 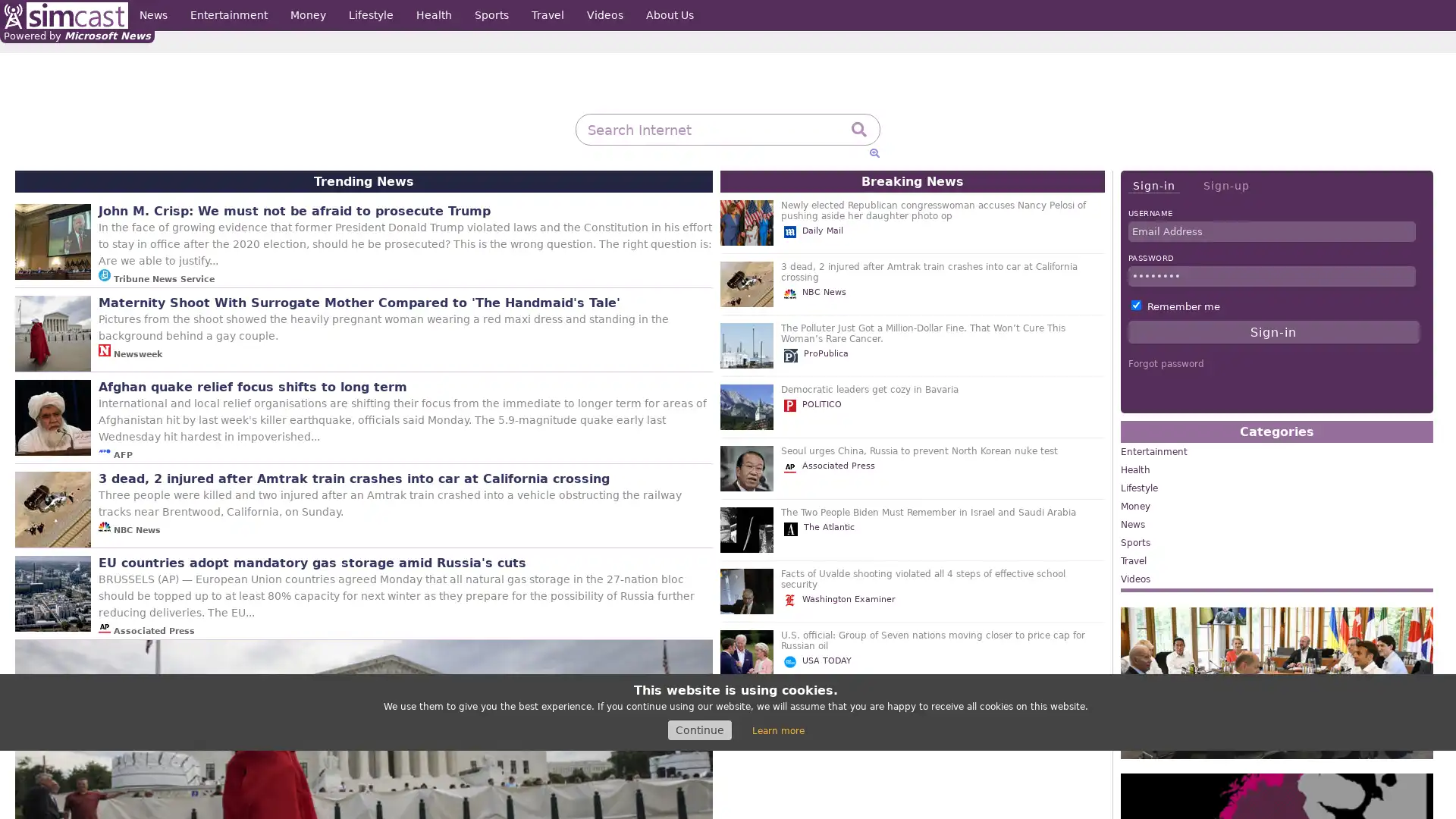 I want to click on Sign-in, so click(x=1273, y=331).